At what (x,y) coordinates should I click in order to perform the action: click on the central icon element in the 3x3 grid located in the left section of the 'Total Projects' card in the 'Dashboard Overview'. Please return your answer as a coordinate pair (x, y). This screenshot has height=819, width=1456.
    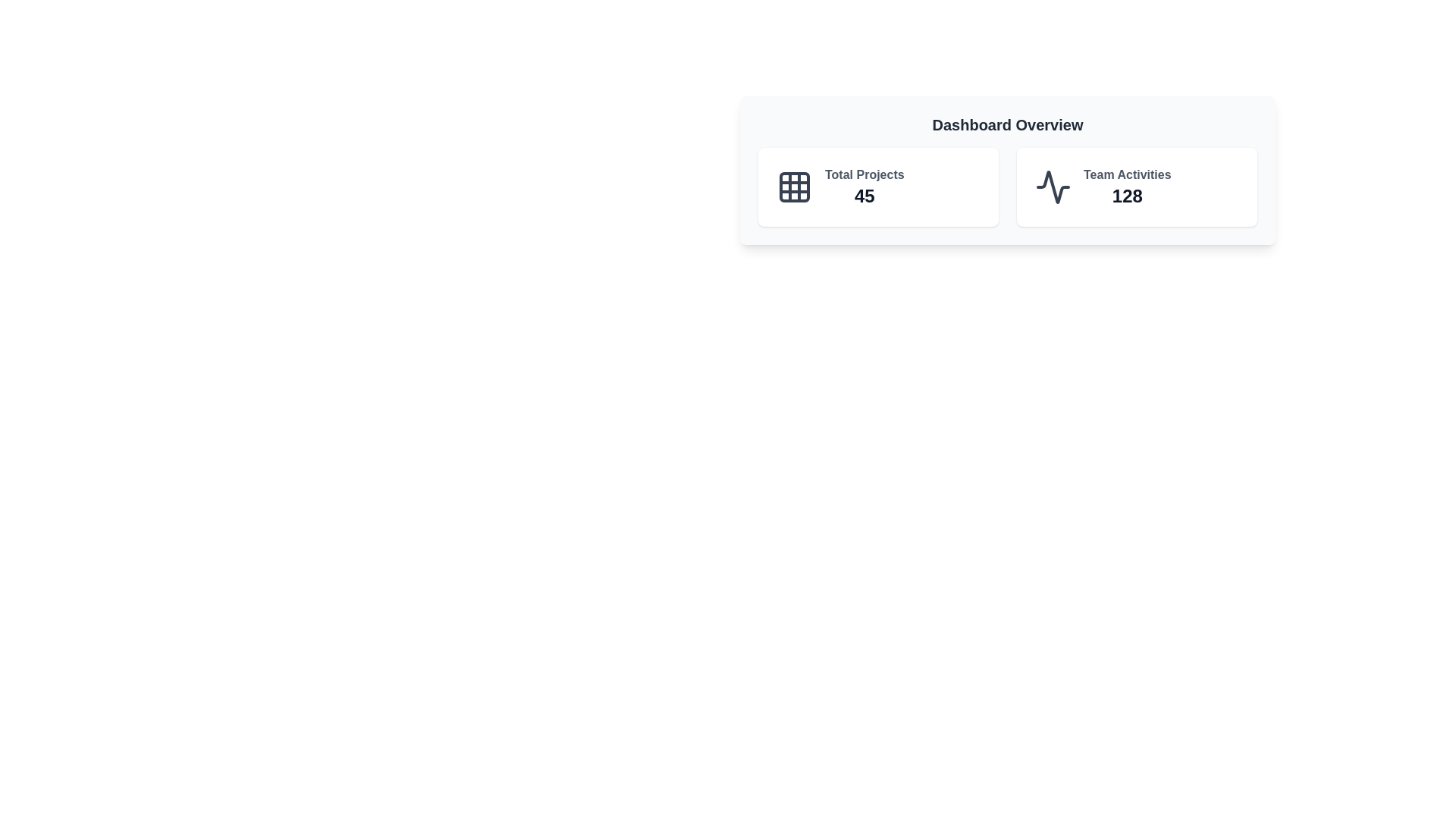
    Looking at the image, I should click on (793, 186).